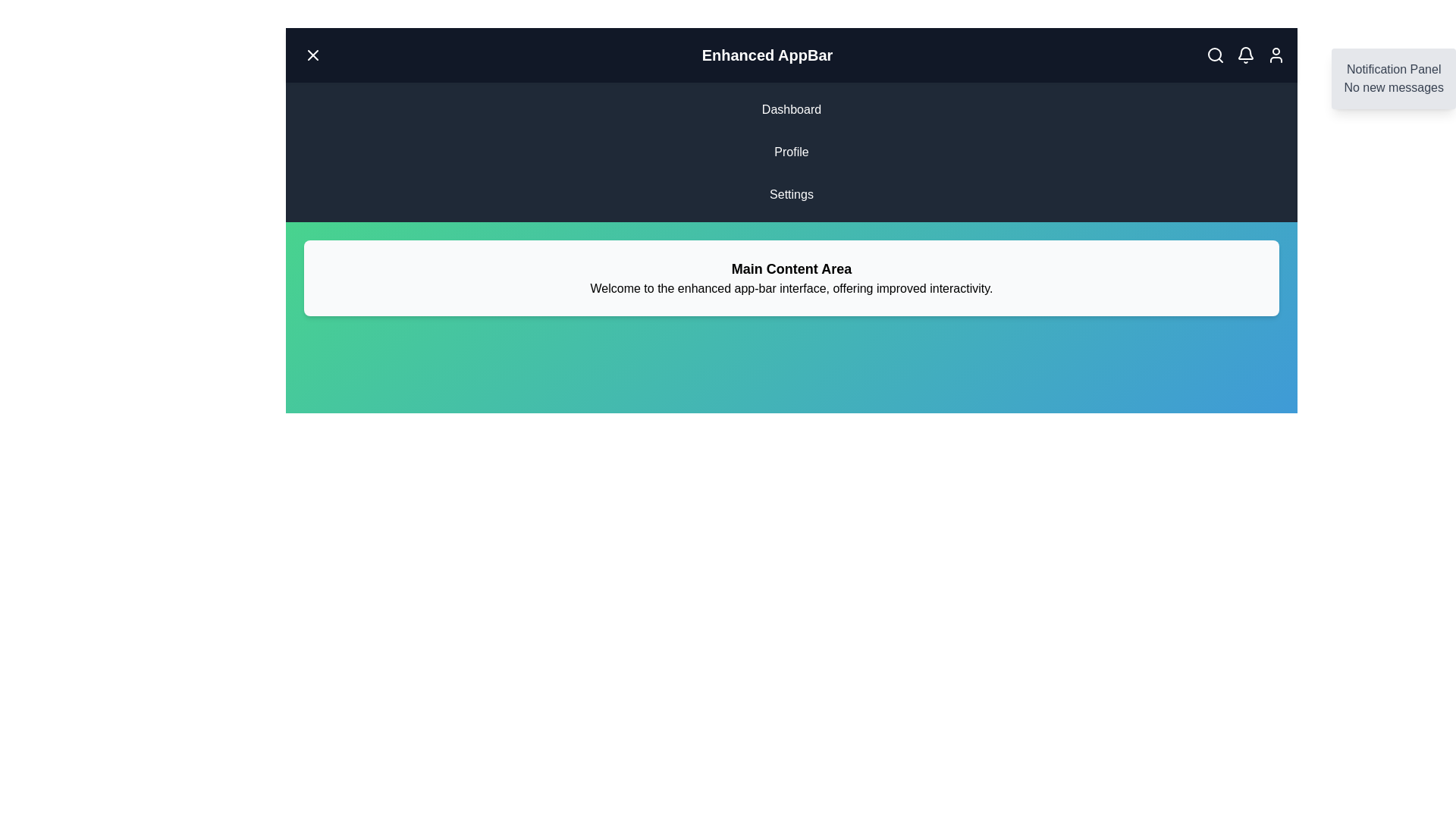 Image resolution: width=1456 pixels, height=819 pixels. I want to click on the menu item corresponding to Settings to navigate, so click(790, 194).